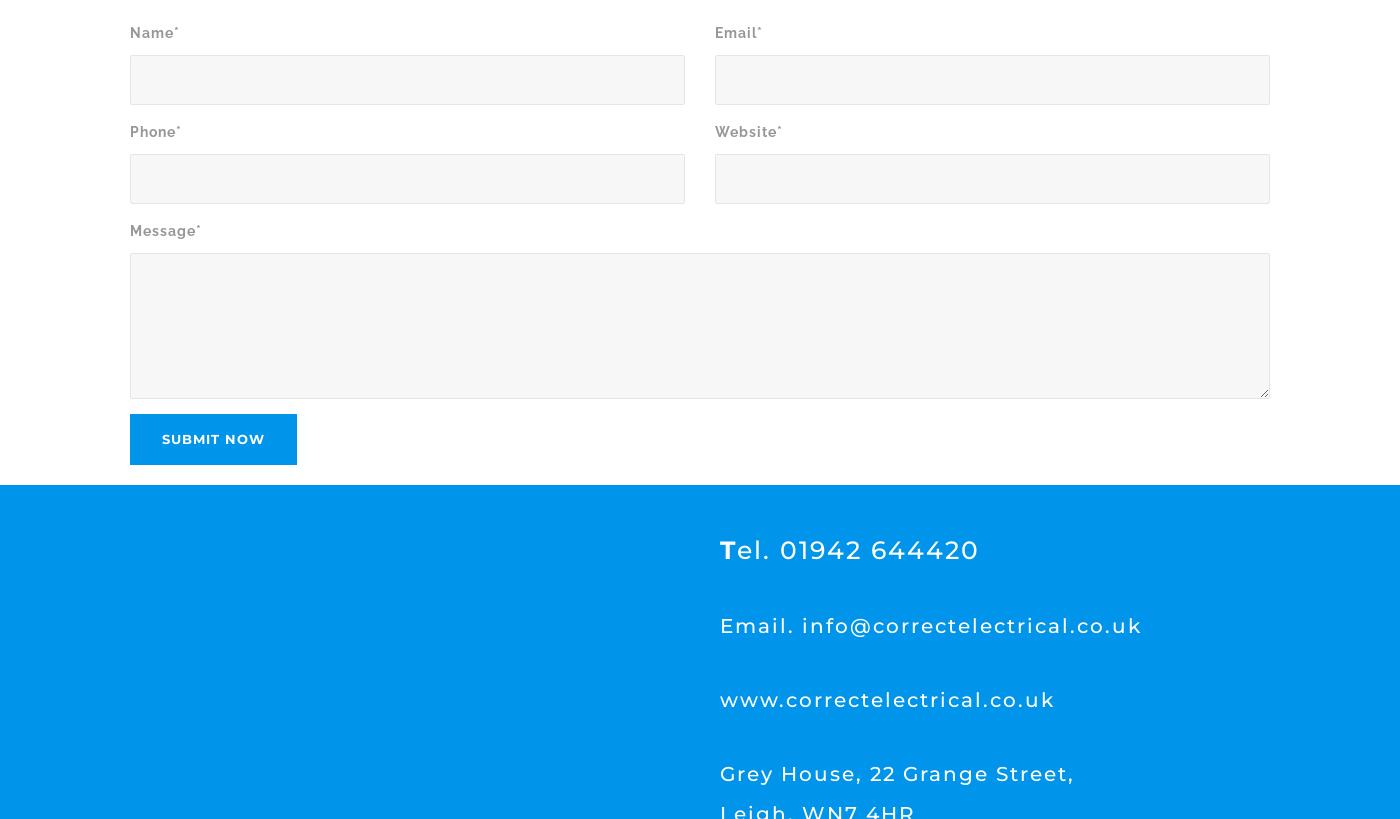  What do you see at coordinates (719, 772) in the screenshot?
I see `'Grey House, 22 Grange Street,'` at bounding box center [719, 772].